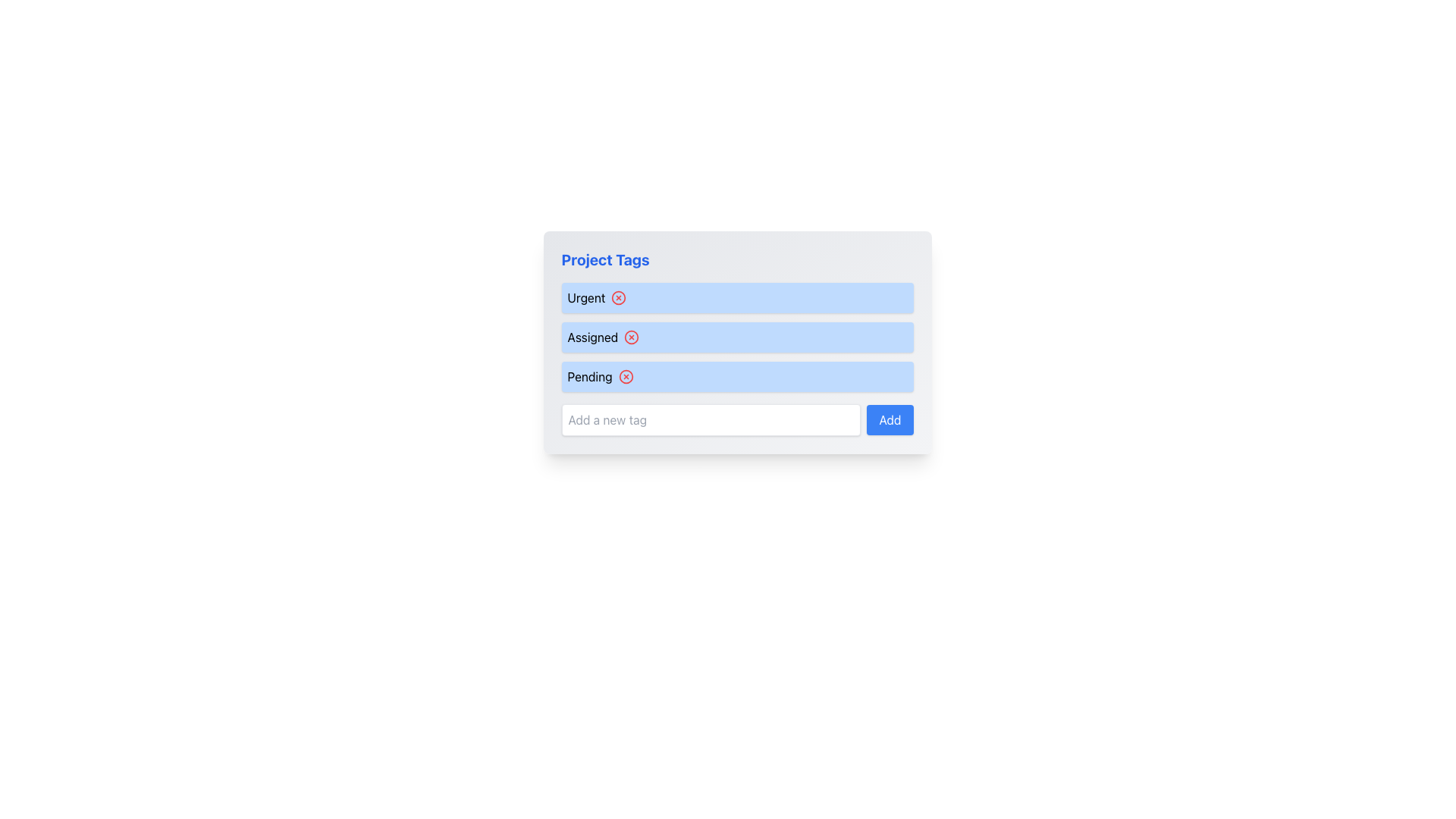  What do you see at coordinates (604, 259) in the screenshot?
I see `title text of the 'Project Tags' label located at the top-left of the card, centered horizontally above the tags 'Urgent', 'Assigned', and 'Pending'` at bounding box center [604, 259].